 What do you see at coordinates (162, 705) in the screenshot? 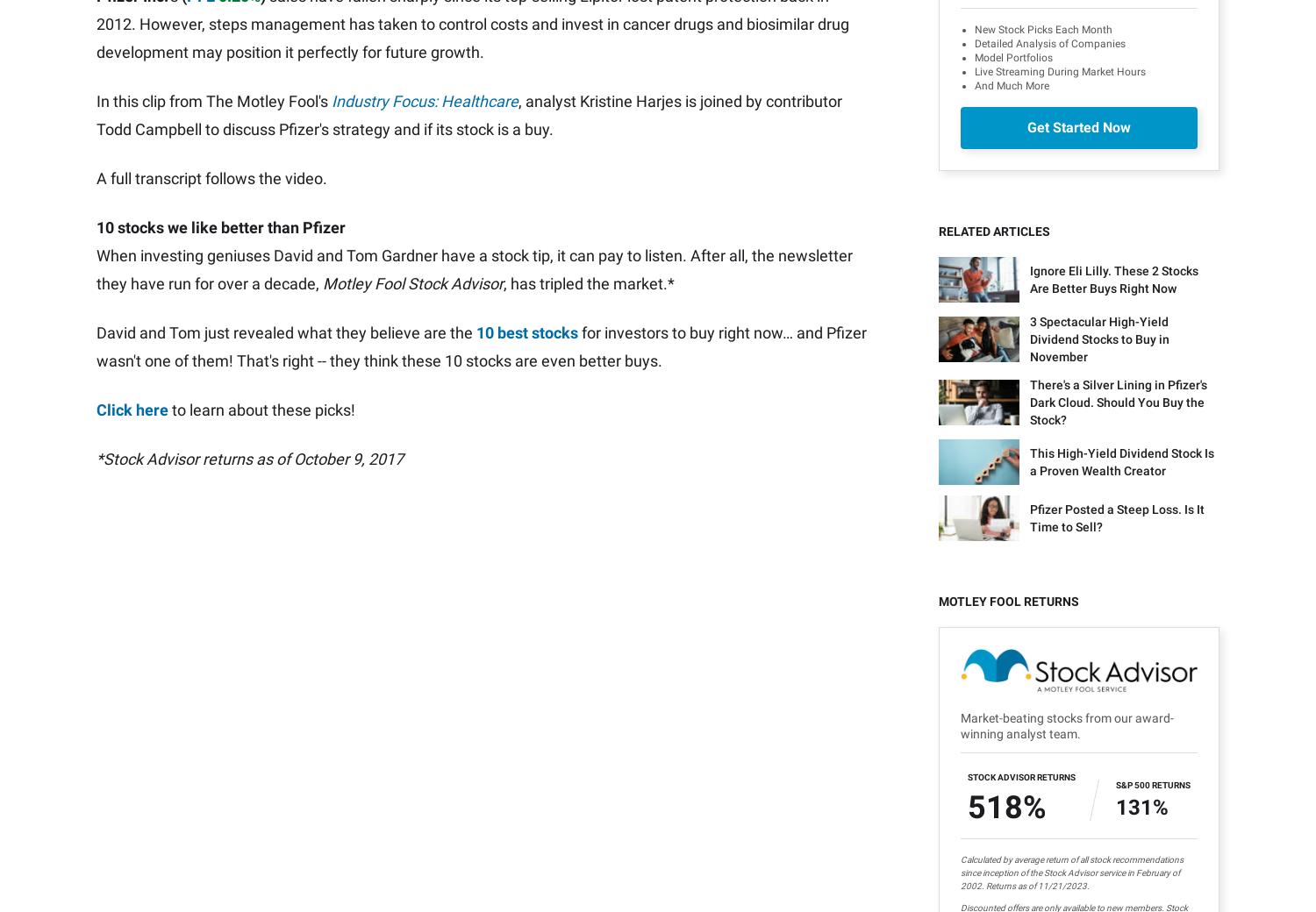
I see `'Market data powered by'` at bounding box center [162, 705].